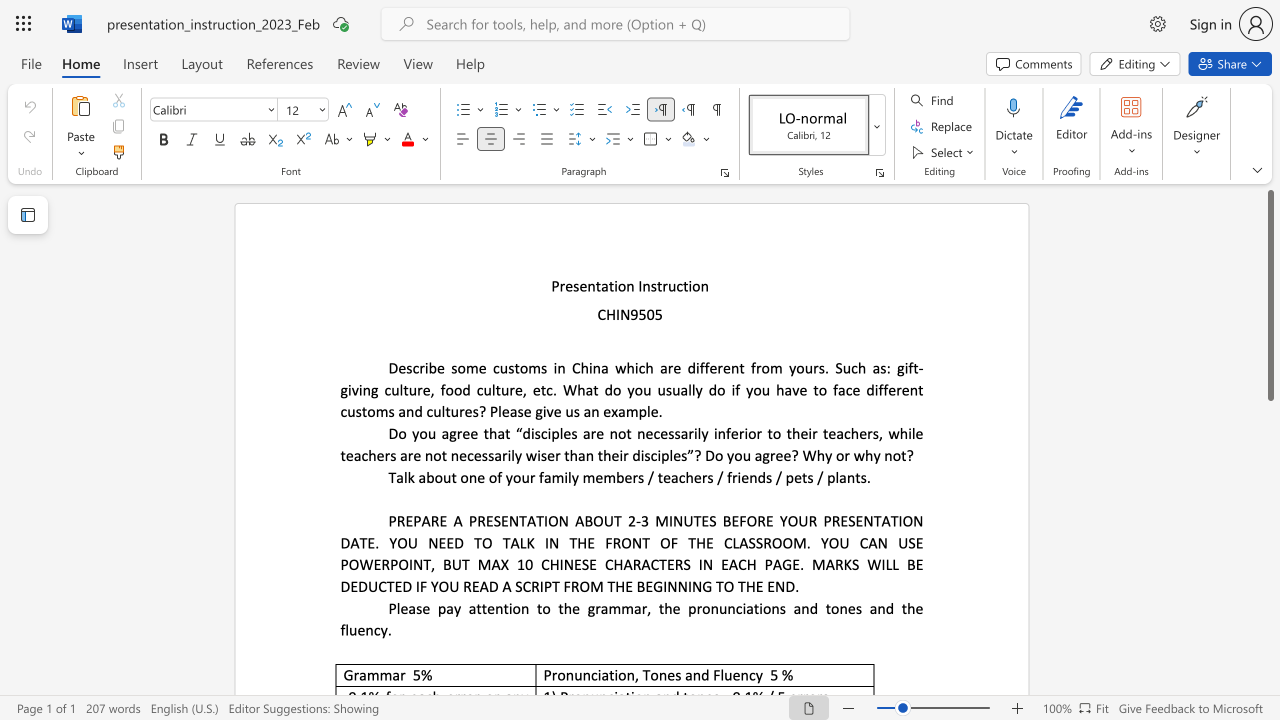 The image size is (1280, 720). What do you see at coordinates (1269, 418) in the screenshot?
I see `the scrollbar on the right` at bounding box center [1269, 418].